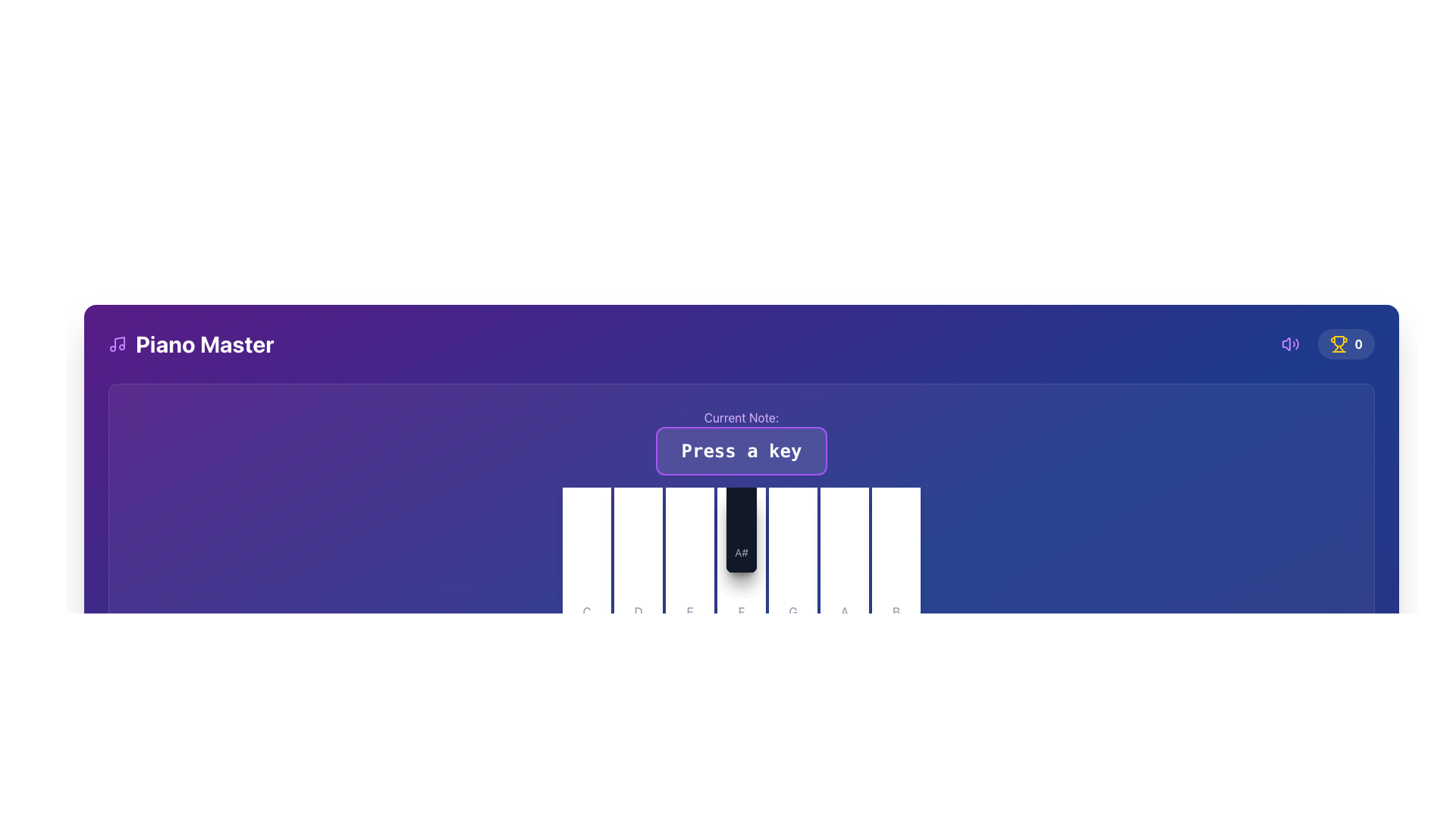  Describe the element at coordinates (742, 553) in the screenshot. I see `the third text label indicating the musical note of the piano key, which is part of a group of similar labels including 'C#', 'D#', 'F#', 'G#', and 'A#'` at that location.